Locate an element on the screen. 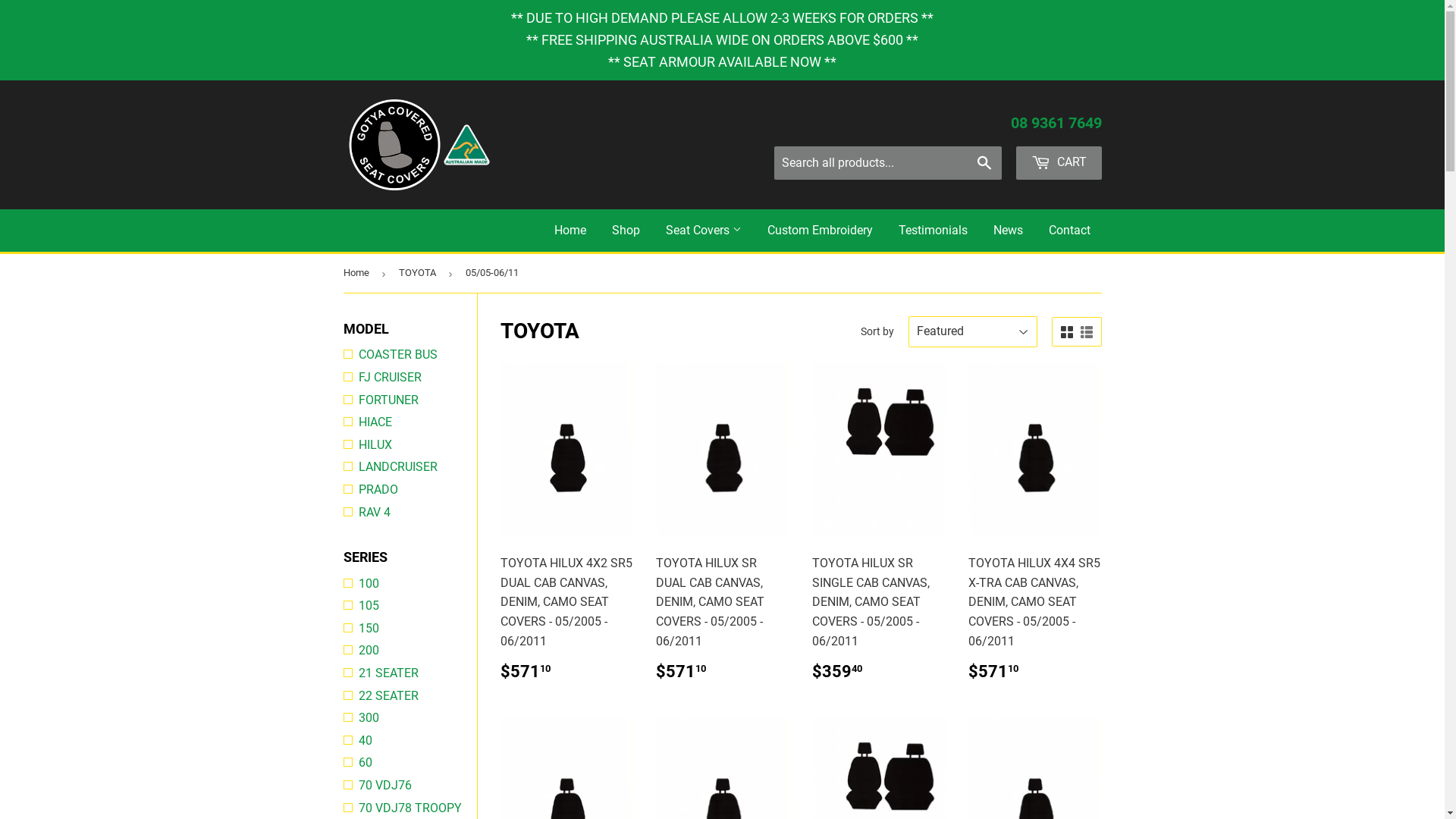 This screenshot has height=819, width=1456. 'HIACE' is located at coordinates (409, 422).